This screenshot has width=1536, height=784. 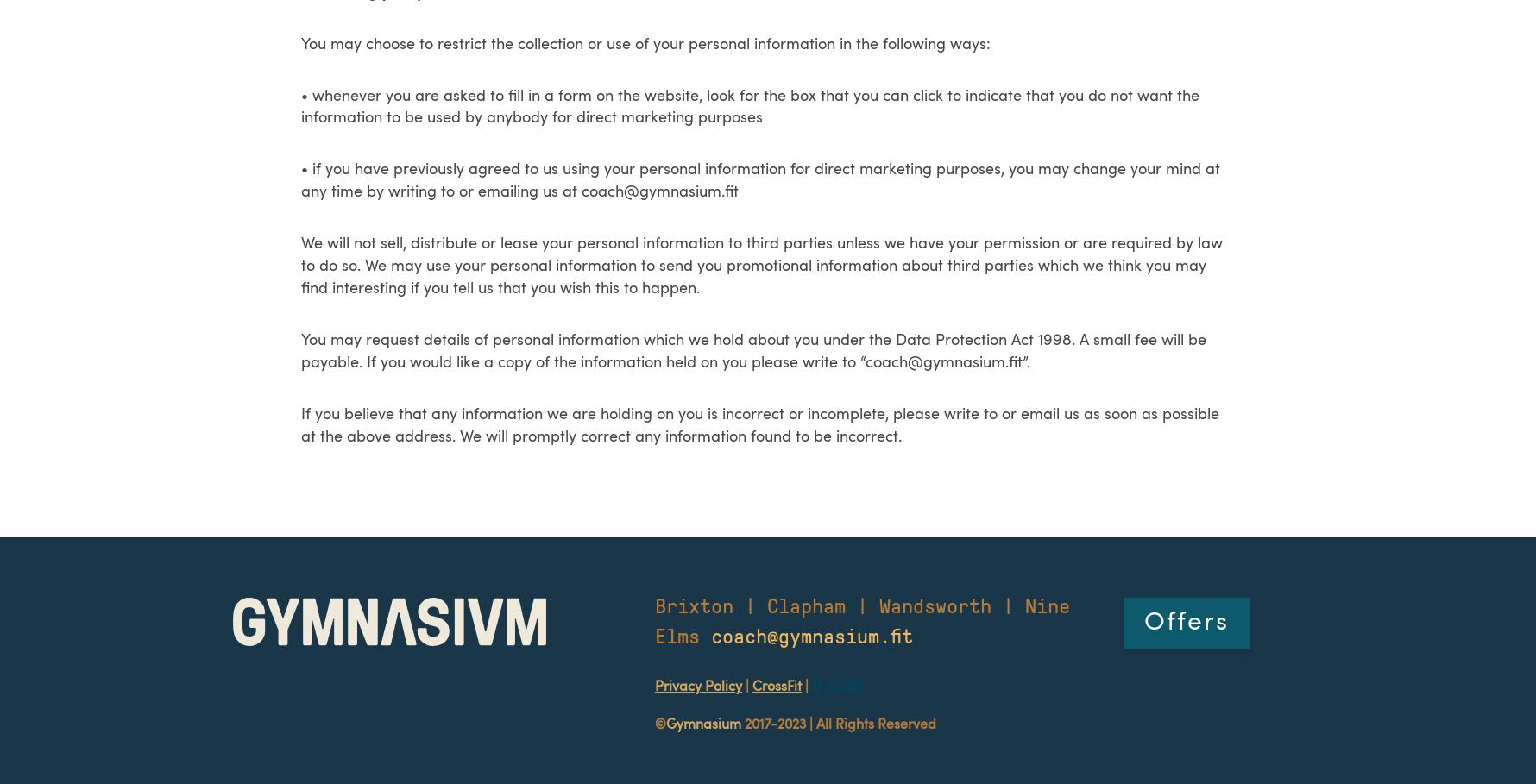 What do you see at coordinates (761, 265) in the screenshot?
I see `'We will not sell, distribute or lease your personal information to third parties unless we have your permission or are required by law to do so. We may use your personal information to send you promotional information about third parties which we think you may find interesting if you tell us that you wish this to happen.'` at bounding box center [761, 265].